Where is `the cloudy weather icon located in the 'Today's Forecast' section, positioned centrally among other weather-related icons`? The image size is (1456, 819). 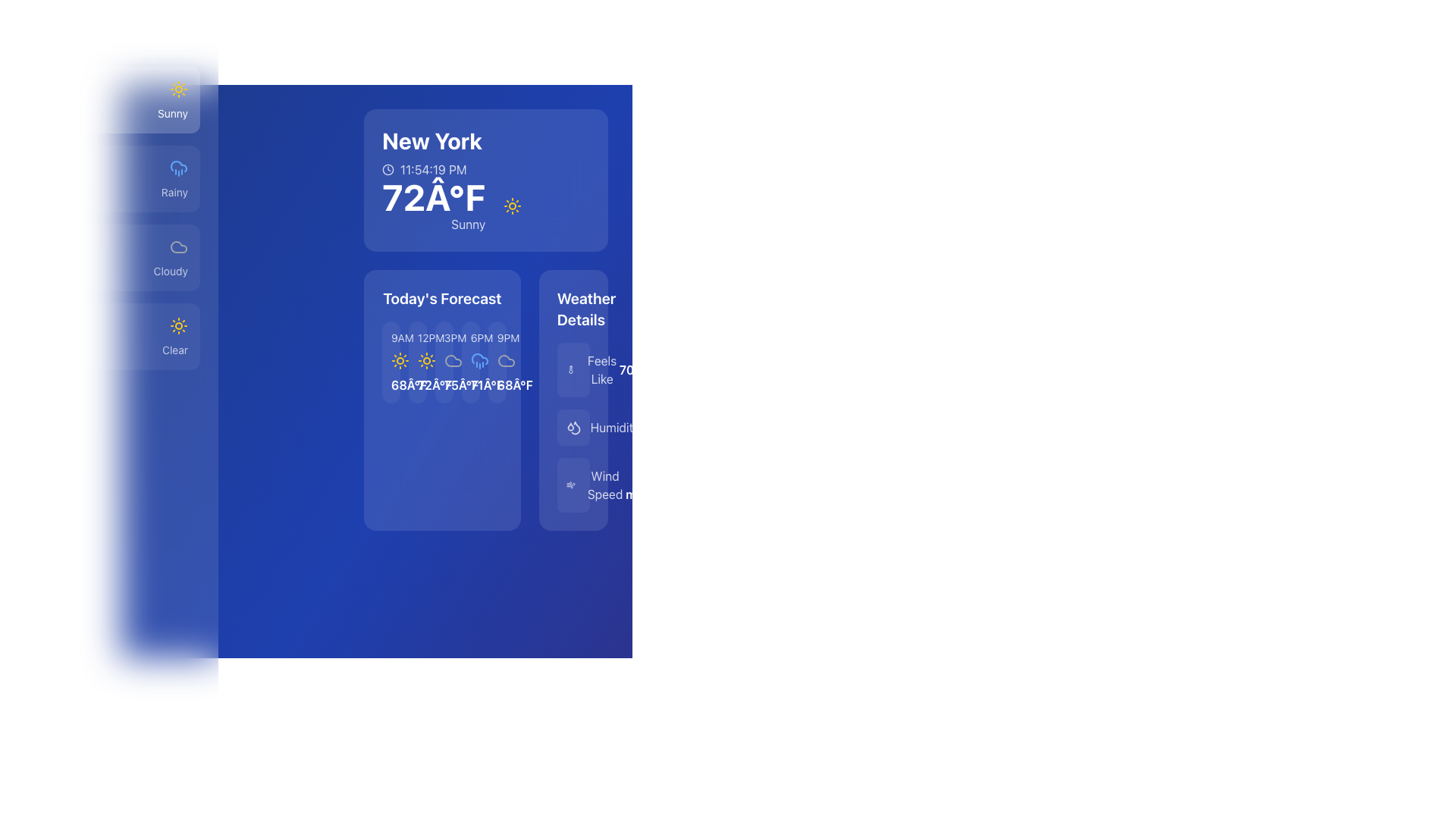 the cloudy weather icon located in the 'Today's Forecast' section, positioned centrally among other weather-related icons is located at coordinates (452, 360).